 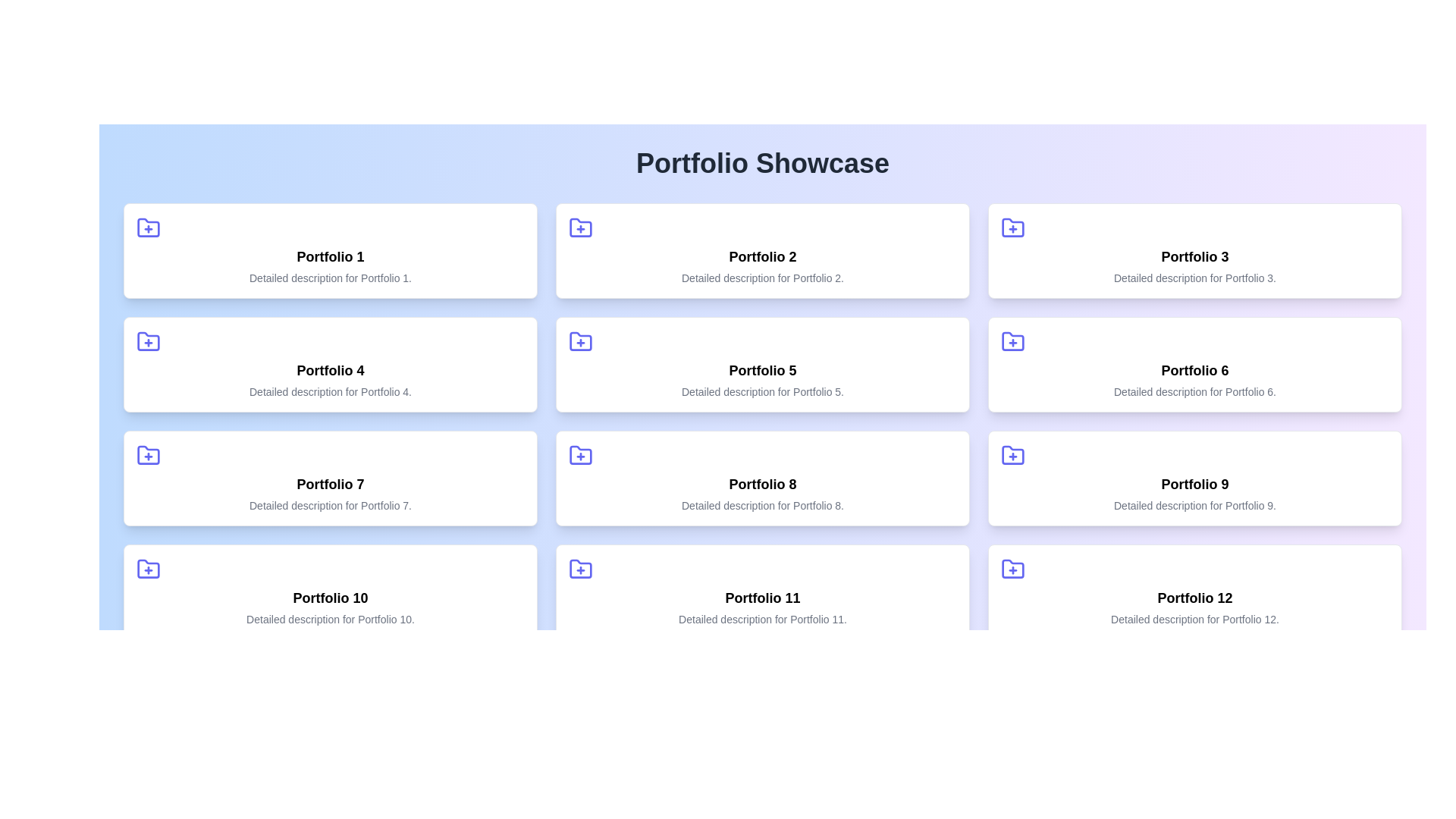 I want to click on the Static Text element displaying 'Portfolio 1', which identifies the current card in the portfolio grid, so click(x=330, y=256).